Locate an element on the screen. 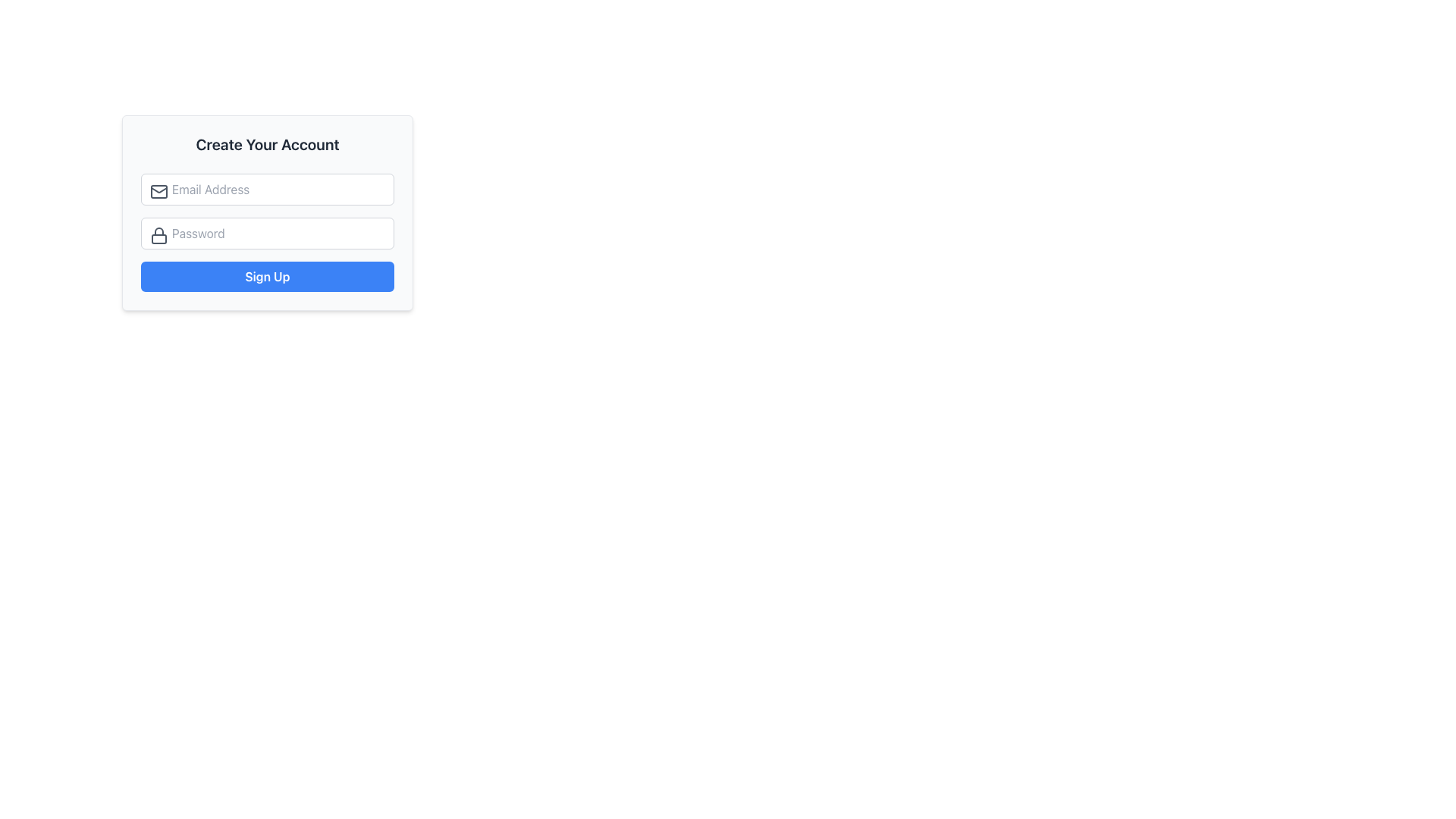 The image size is (1456, 819). the 'Sign Up' button located at the bottom of the 'Create Your Account' form is located at coordinates (268, 277).